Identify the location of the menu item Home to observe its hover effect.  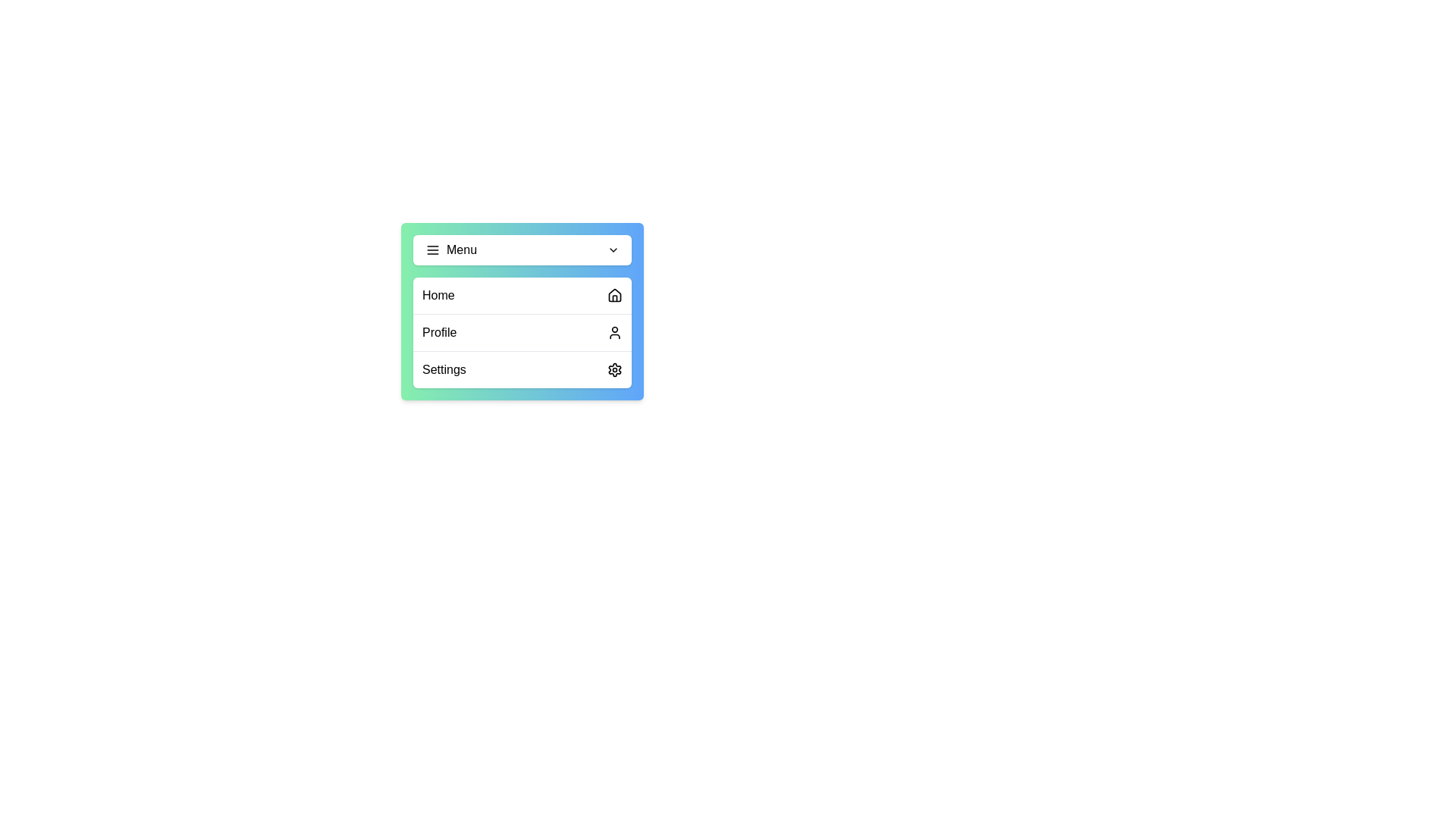
(522, 295).